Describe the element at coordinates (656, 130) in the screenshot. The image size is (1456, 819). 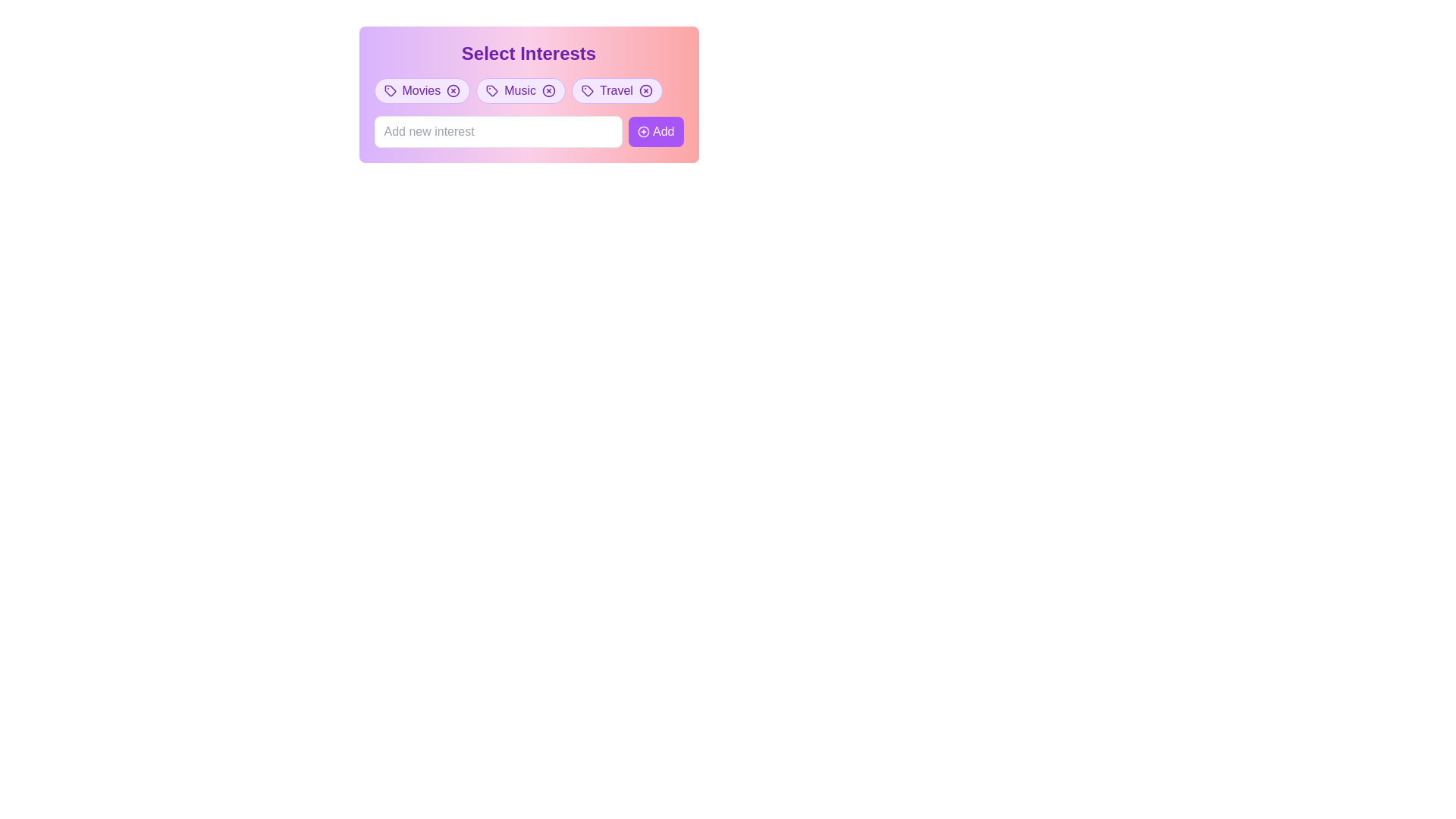
I see `the purple button labeled 'Add' to change its appearance by triggering the hover effect` at that location.